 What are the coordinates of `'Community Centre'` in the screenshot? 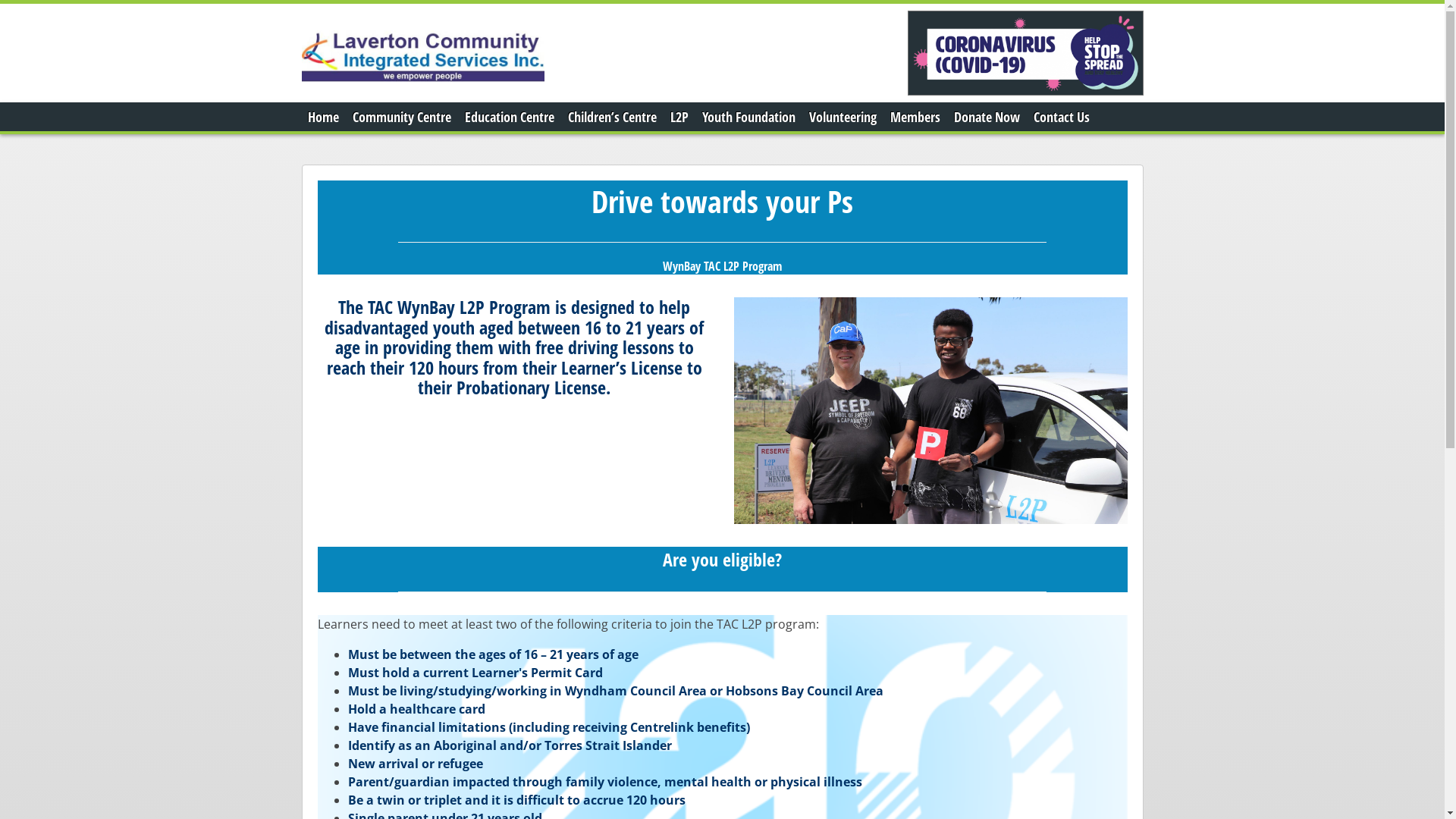 It's located at (400, 116).